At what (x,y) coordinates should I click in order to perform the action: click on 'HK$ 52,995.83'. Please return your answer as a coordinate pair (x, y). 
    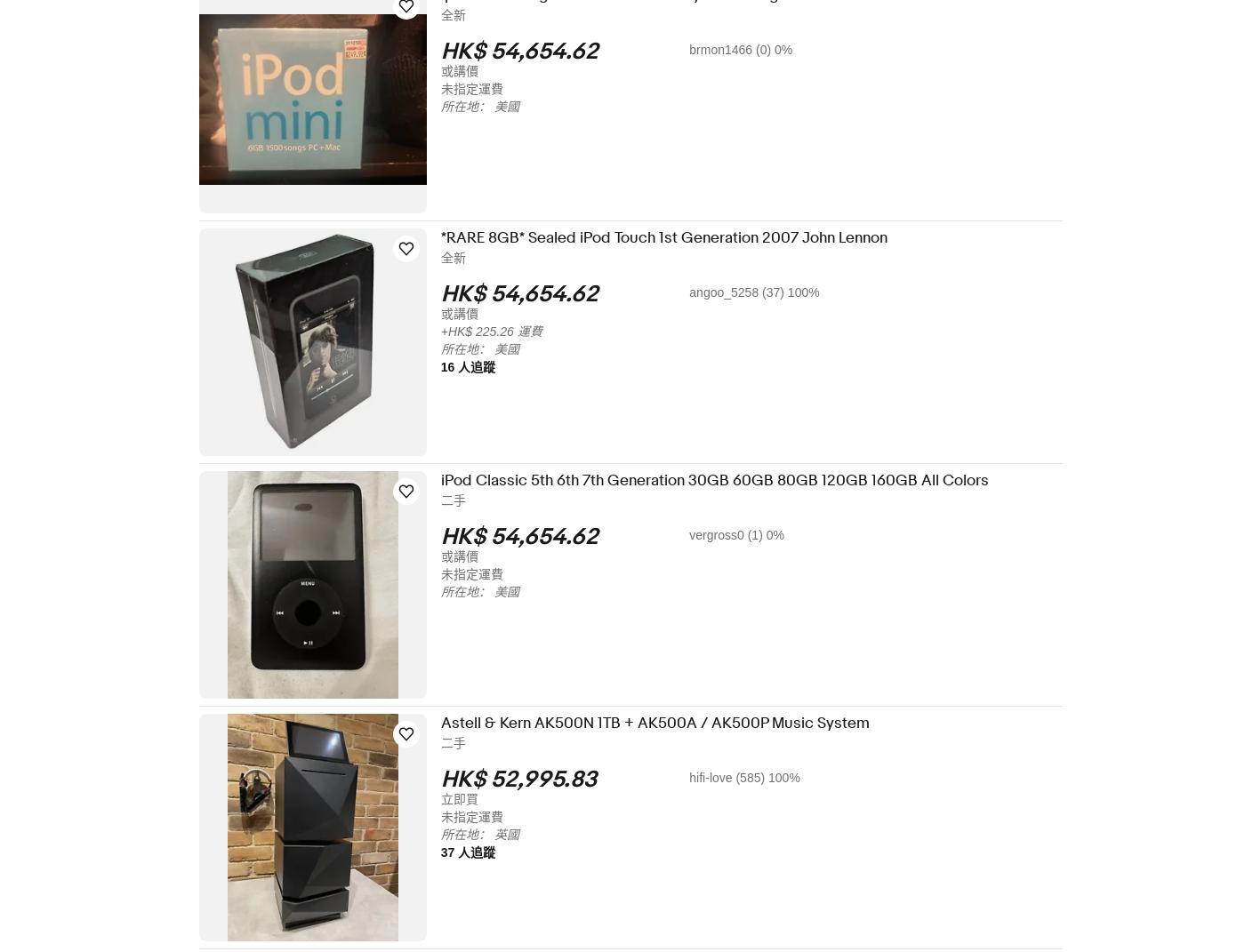
    Looking at the image, I should click on (530, 780).